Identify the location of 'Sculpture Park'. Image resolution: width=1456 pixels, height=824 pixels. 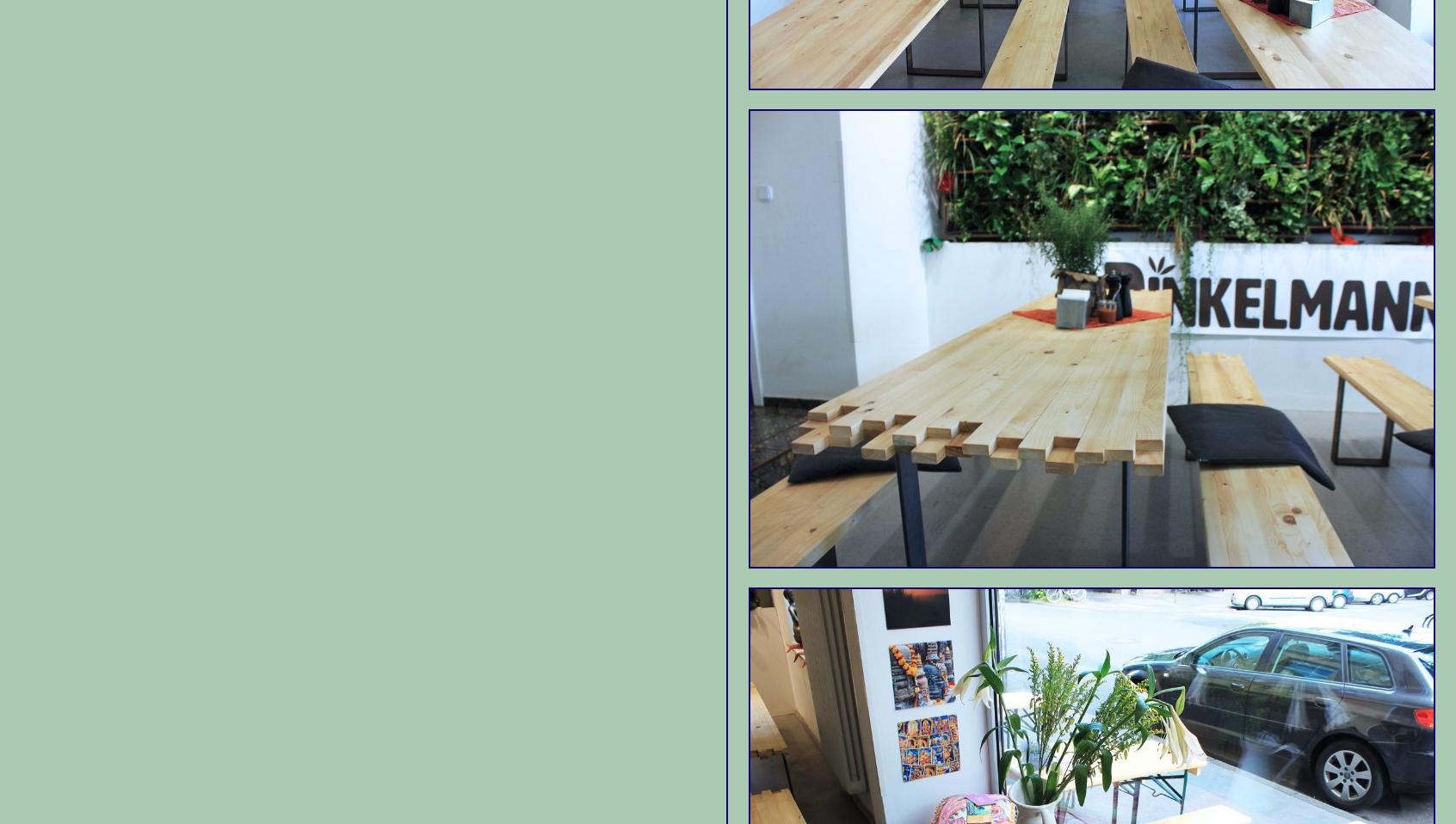
(797, 174).